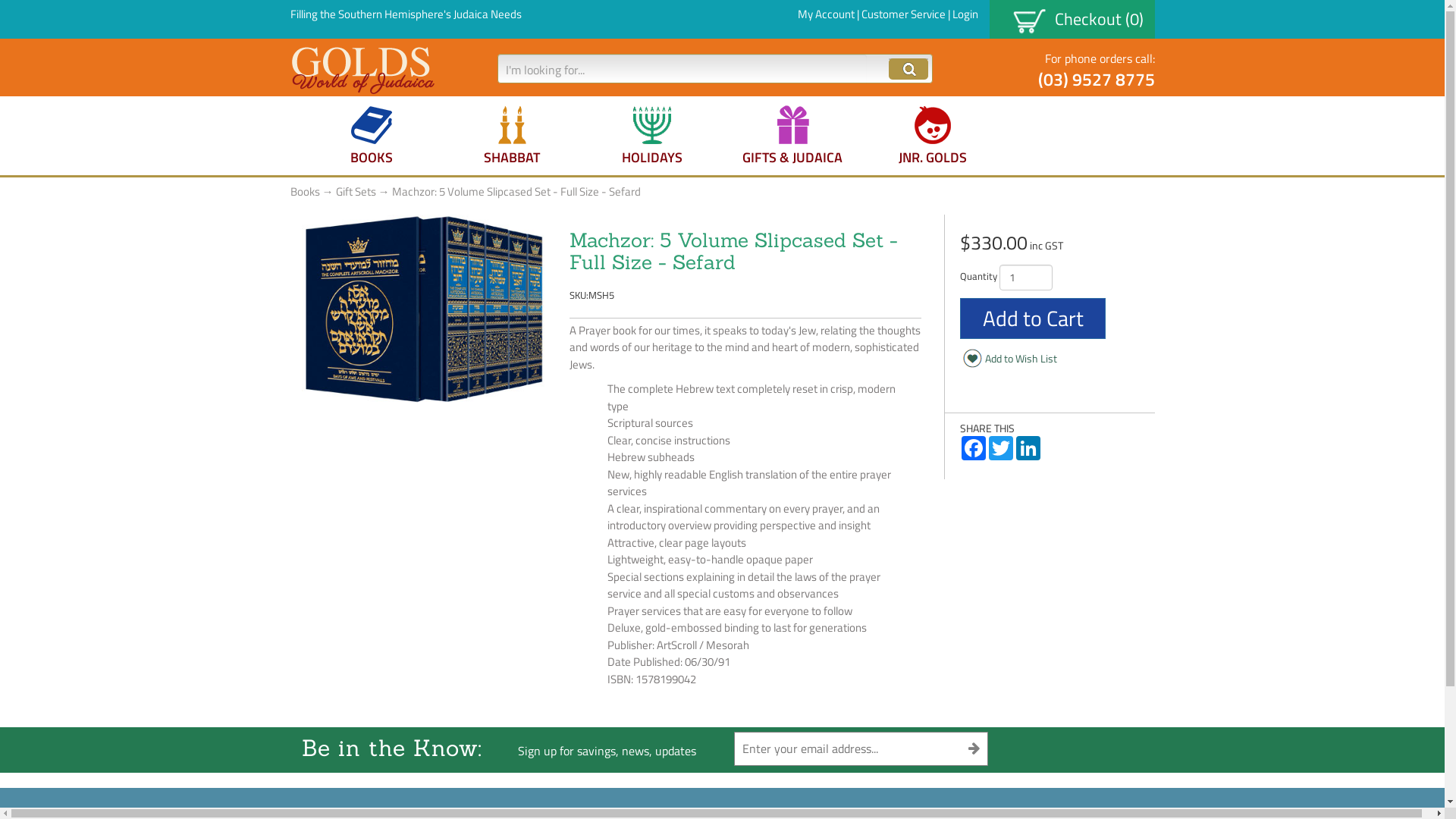 This screenshot has width=1456, height=819. Describe the element at coordinates (825, 14) in the screenshot. I see `'My Account'` at that location.